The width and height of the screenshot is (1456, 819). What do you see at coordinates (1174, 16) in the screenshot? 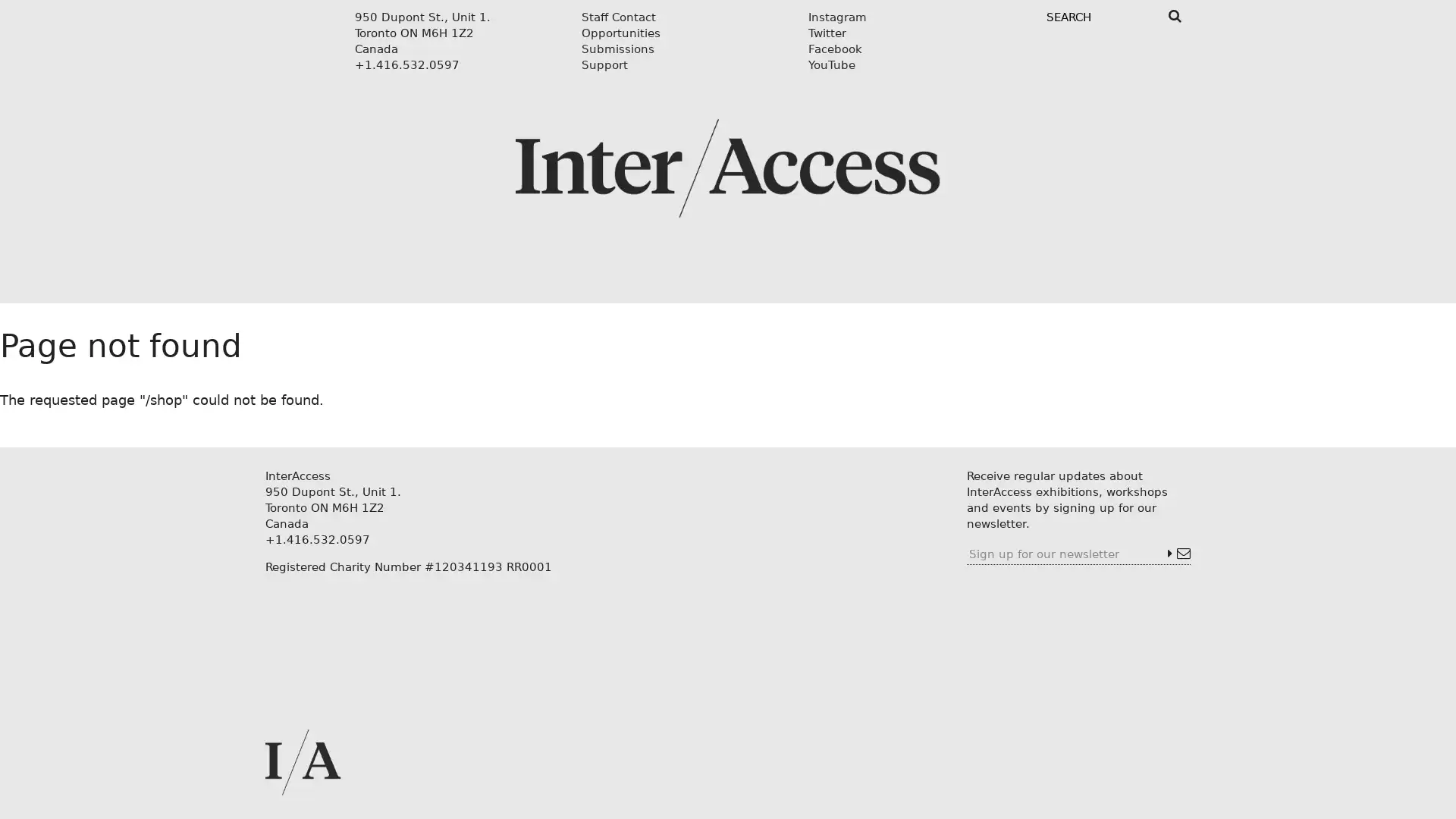
I see `Search` at bounding box center [1174, 16].